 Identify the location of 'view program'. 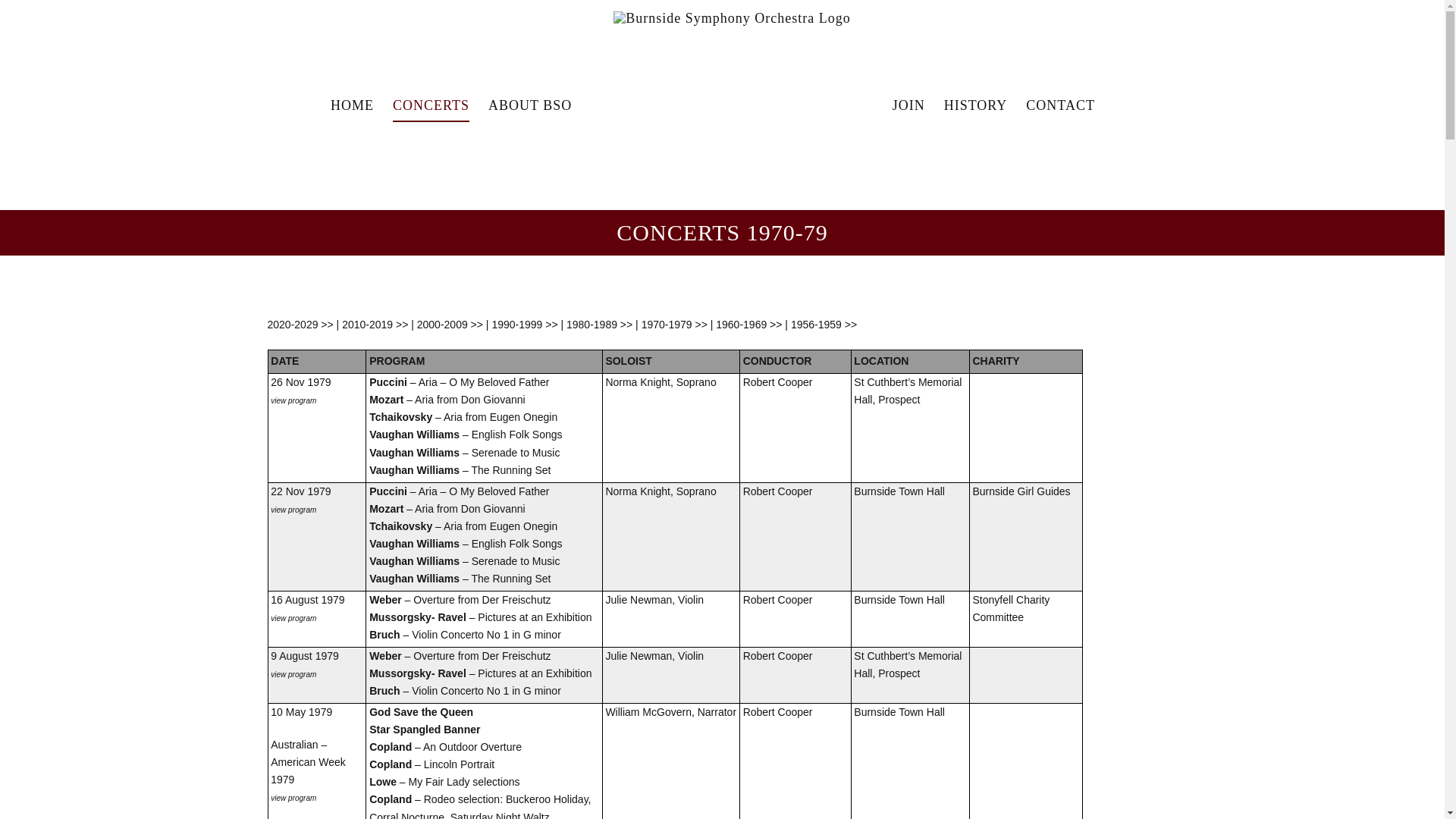
(293, 509).